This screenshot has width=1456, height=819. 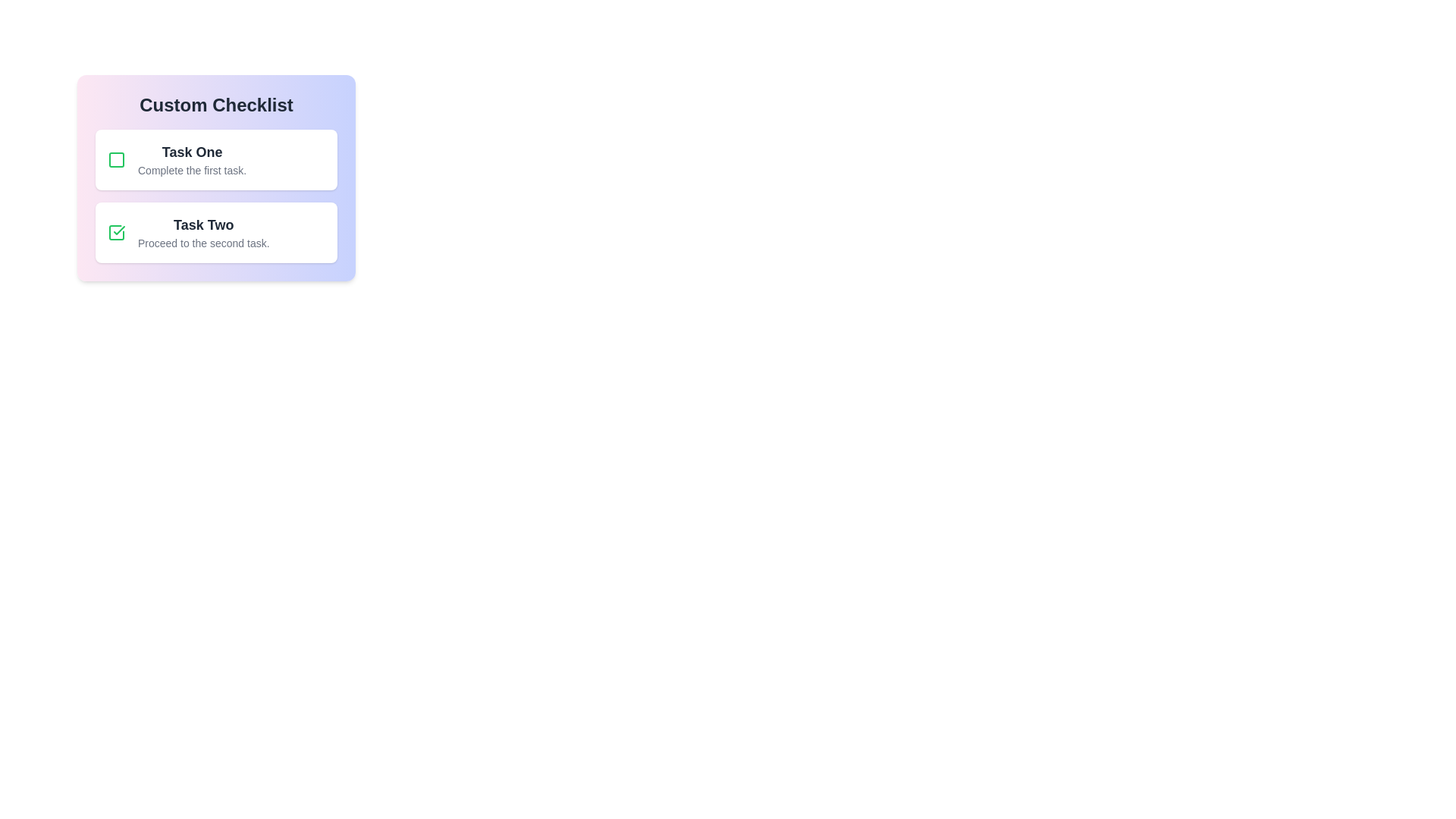 I want to click on the SVG rectangle that serves as a visual indicator for 'Task One' in the checklist interface, so click(x=115, y=160).